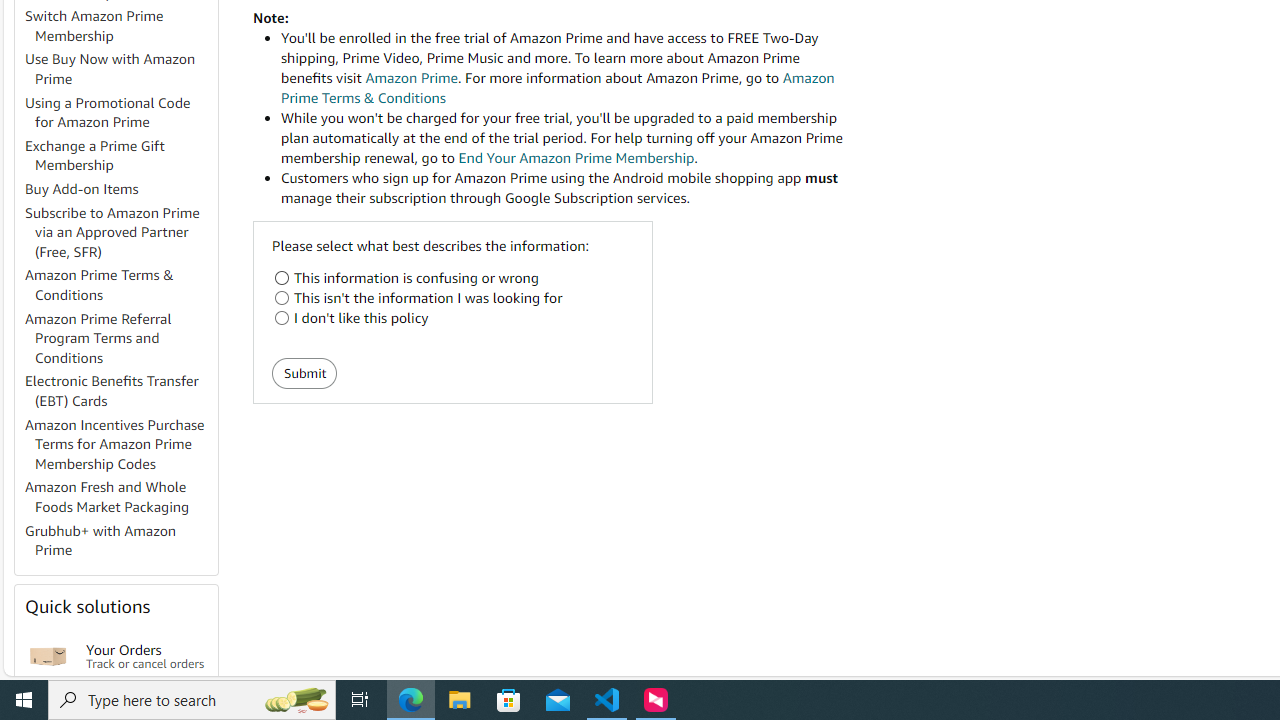  I want to click on 'Switch Amazon Prime Membership', so click(93, 25).